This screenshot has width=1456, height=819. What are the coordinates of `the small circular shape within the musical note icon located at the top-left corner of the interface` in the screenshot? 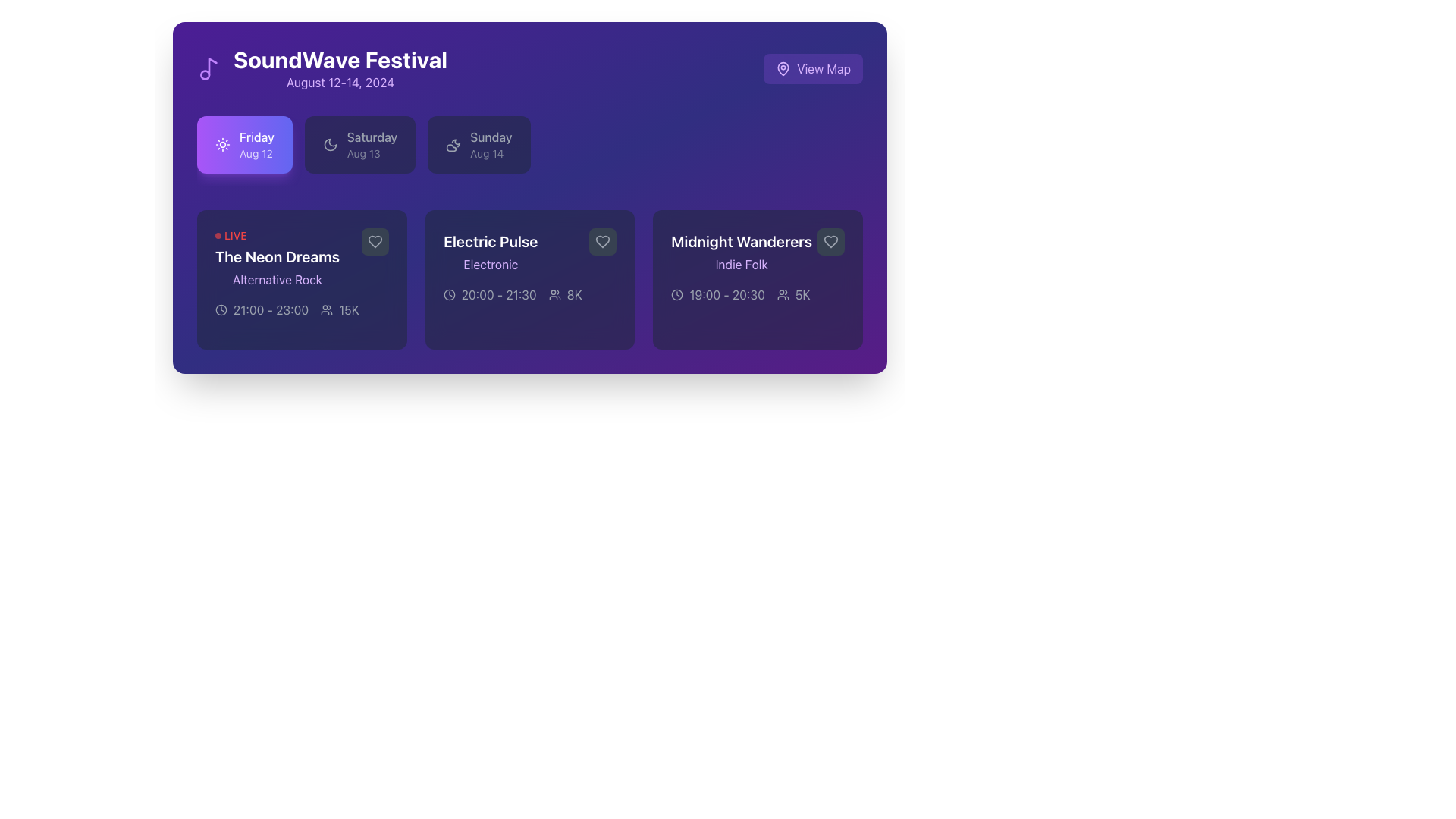 It's located at (204, 75).